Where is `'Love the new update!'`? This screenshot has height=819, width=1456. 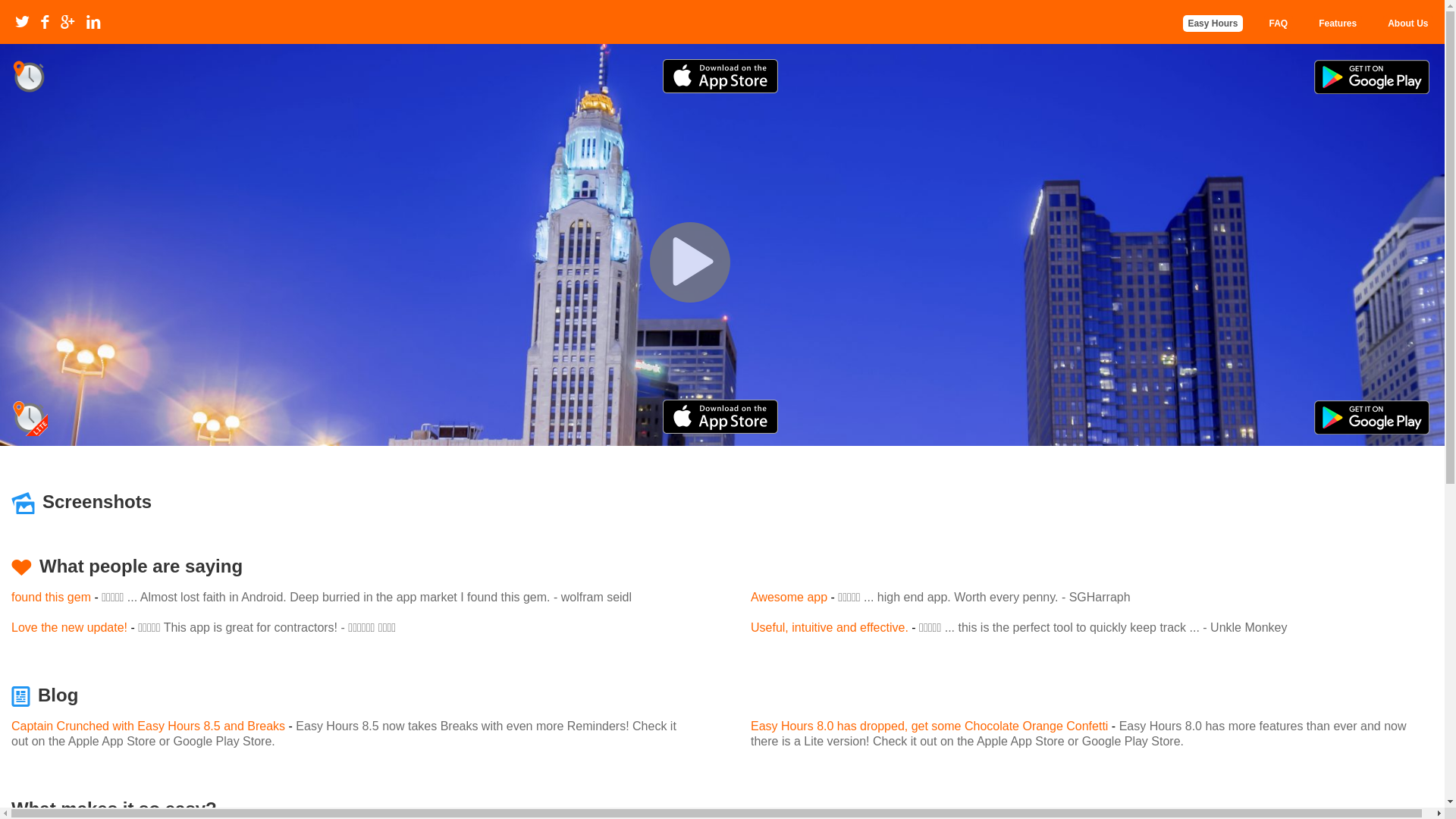 'Love the new update!' is located at coordinates (68, 627).